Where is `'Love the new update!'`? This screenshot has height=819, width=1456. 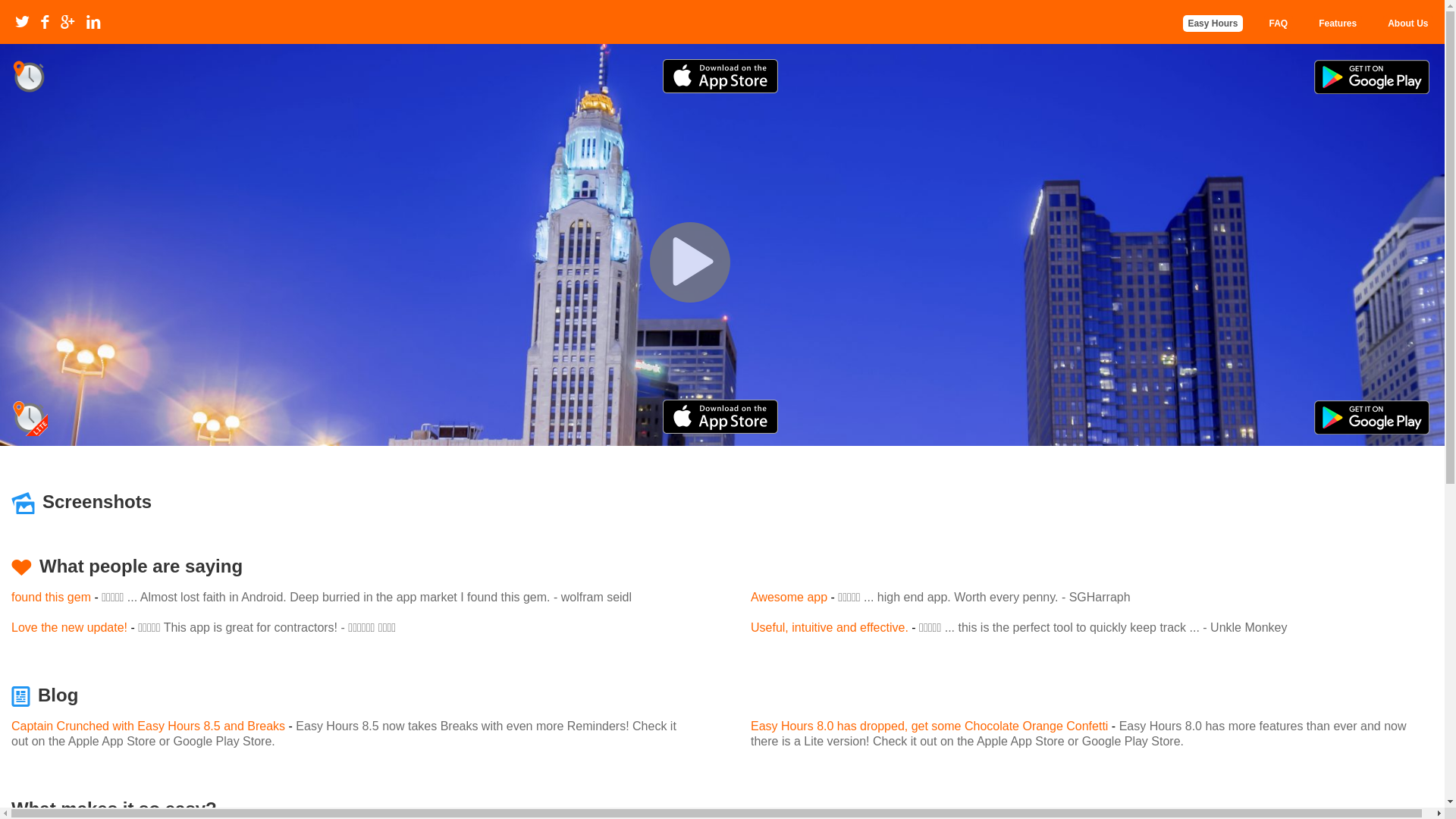 'Love the new update!' is located at coordinates (68, 627).